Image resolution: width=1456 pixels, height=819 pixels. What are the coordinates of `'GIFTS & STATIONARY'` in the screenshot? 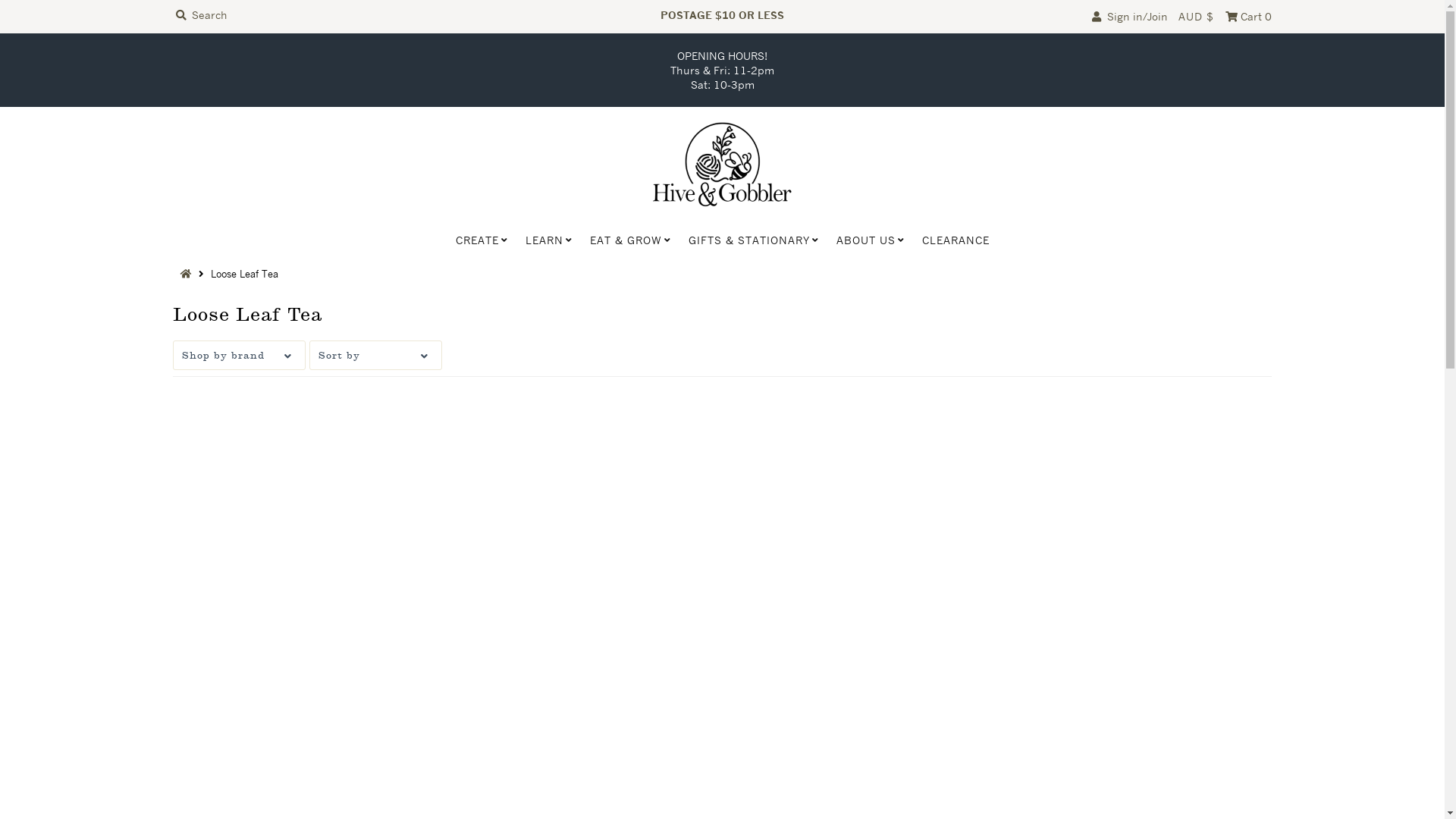 It's located at (748, 239).